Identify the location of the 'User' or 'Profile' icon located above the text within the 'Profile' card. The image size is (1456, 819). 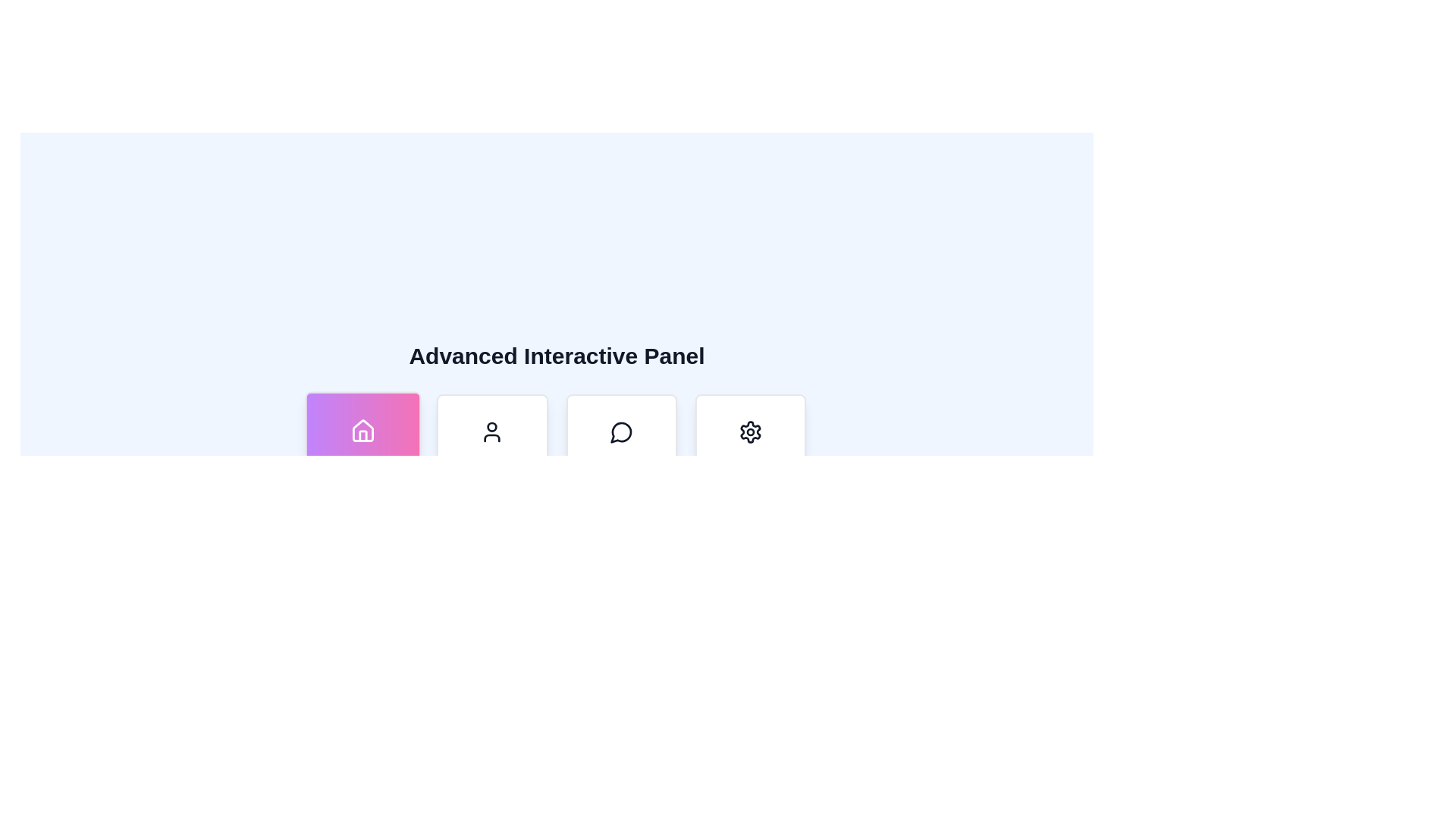
(492, 432).